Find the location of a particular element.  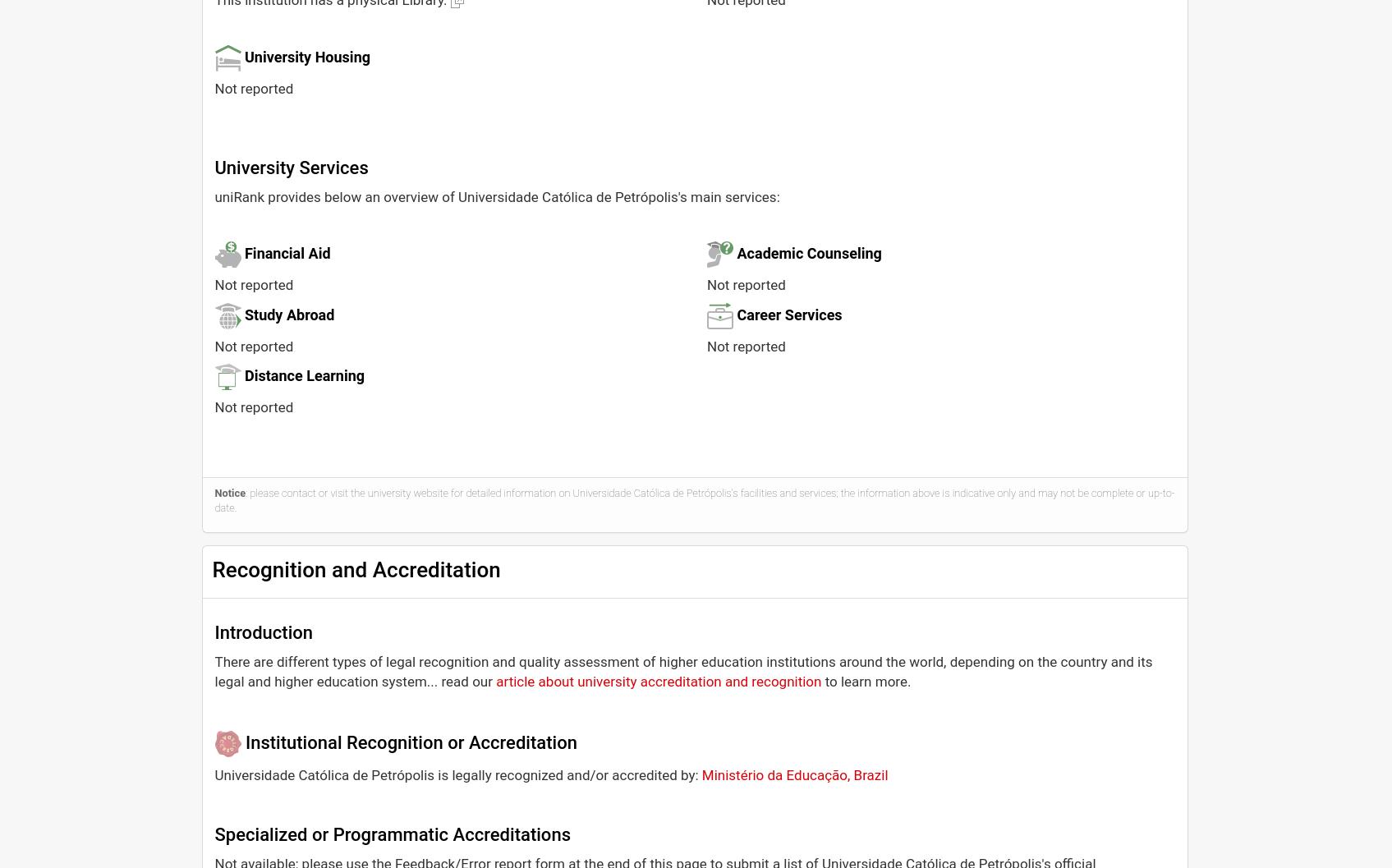

'University Services' is located at coordinates (290, 167).